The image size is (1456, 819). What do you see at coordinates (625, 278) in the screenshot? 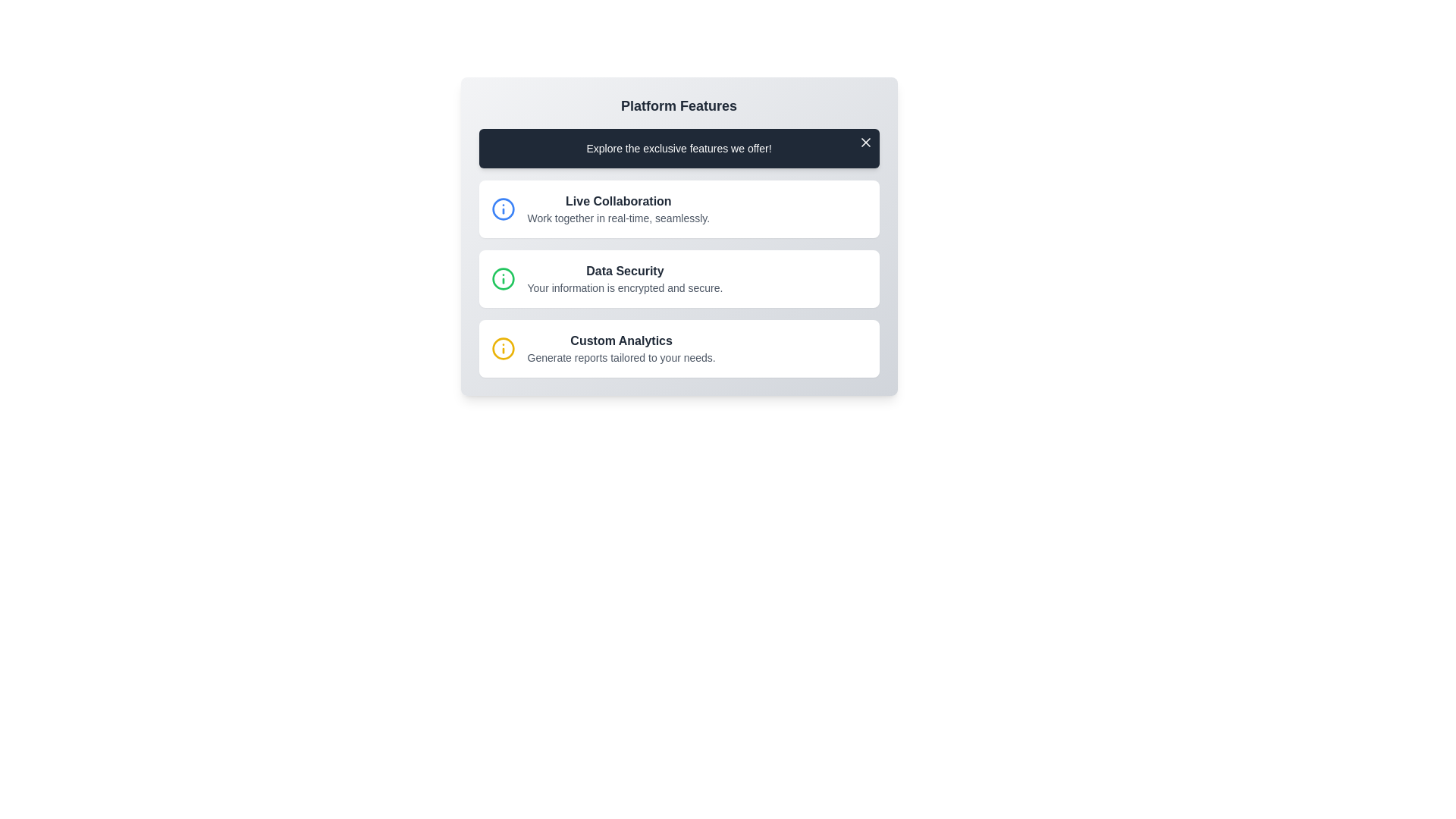
I see `the informational text block titled 'Data Security', which contains a description about encryption and security, located as the second item in the list of feature cards` at bounding box center [625, 278].